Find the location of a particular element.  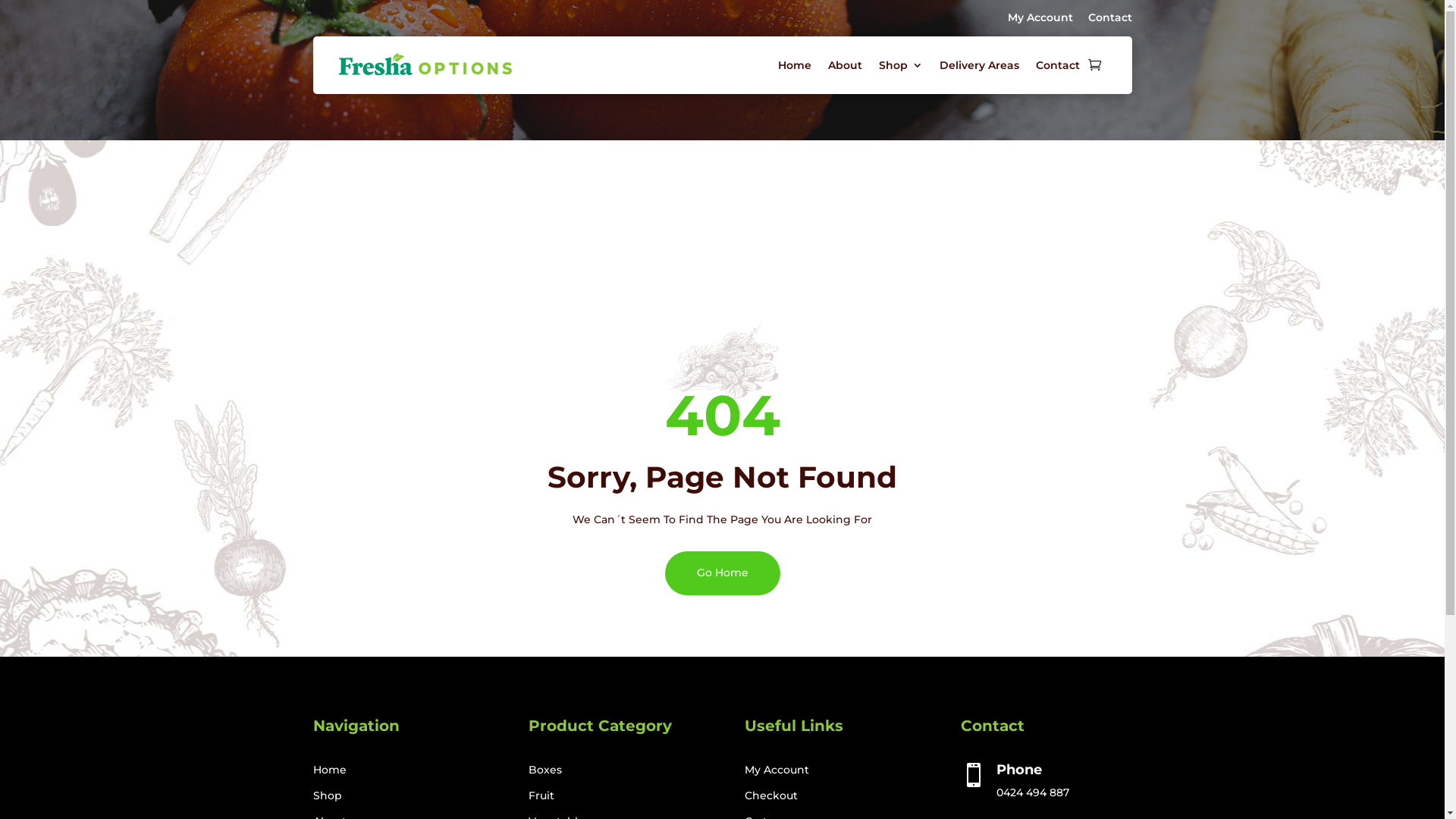

'Checkout' is located at coordinates (745, 795).